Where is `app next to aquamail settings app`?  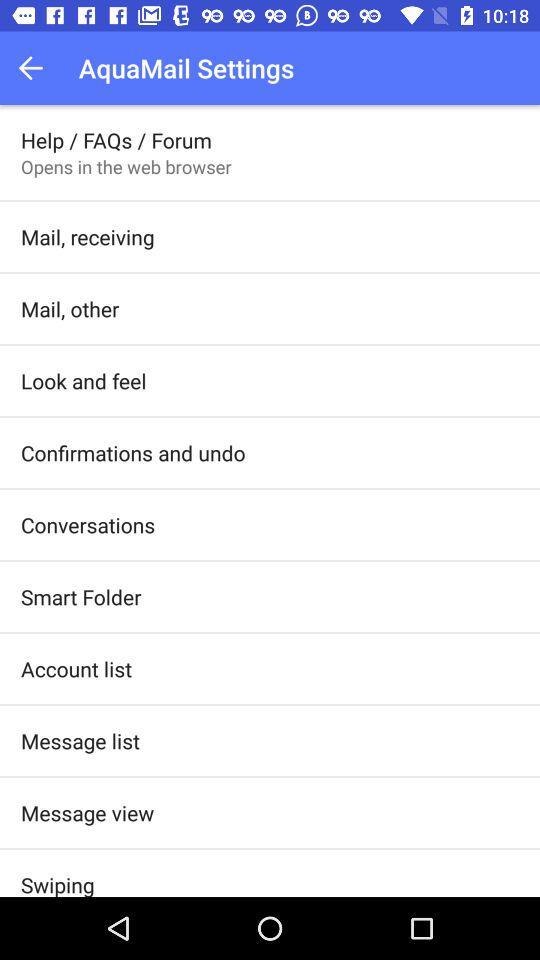 app next to aquamail settings app is located at coordinates (36, 68).